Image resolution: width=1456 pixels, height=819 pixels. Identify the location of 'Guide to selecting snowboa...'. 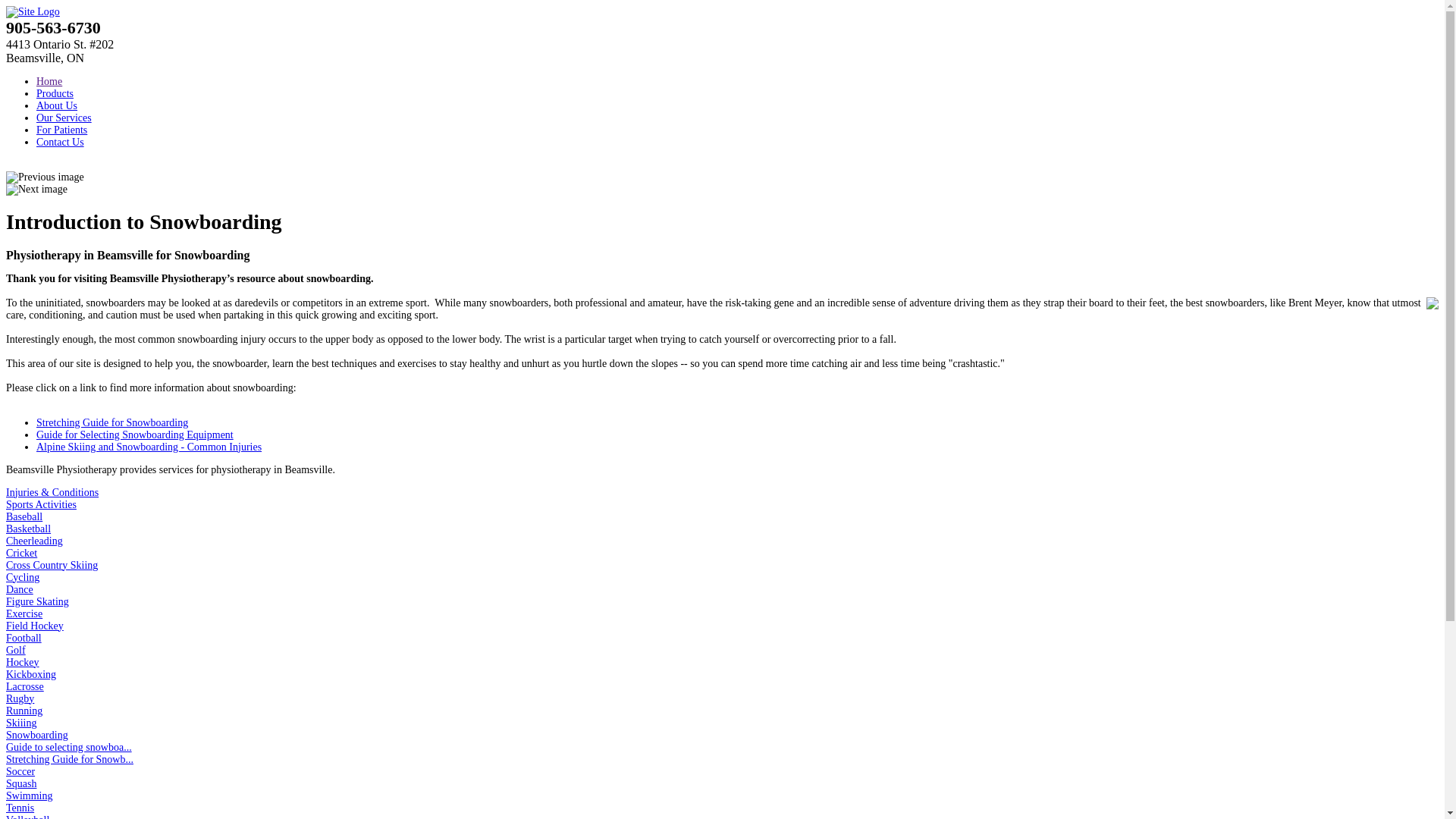
(68, 746).